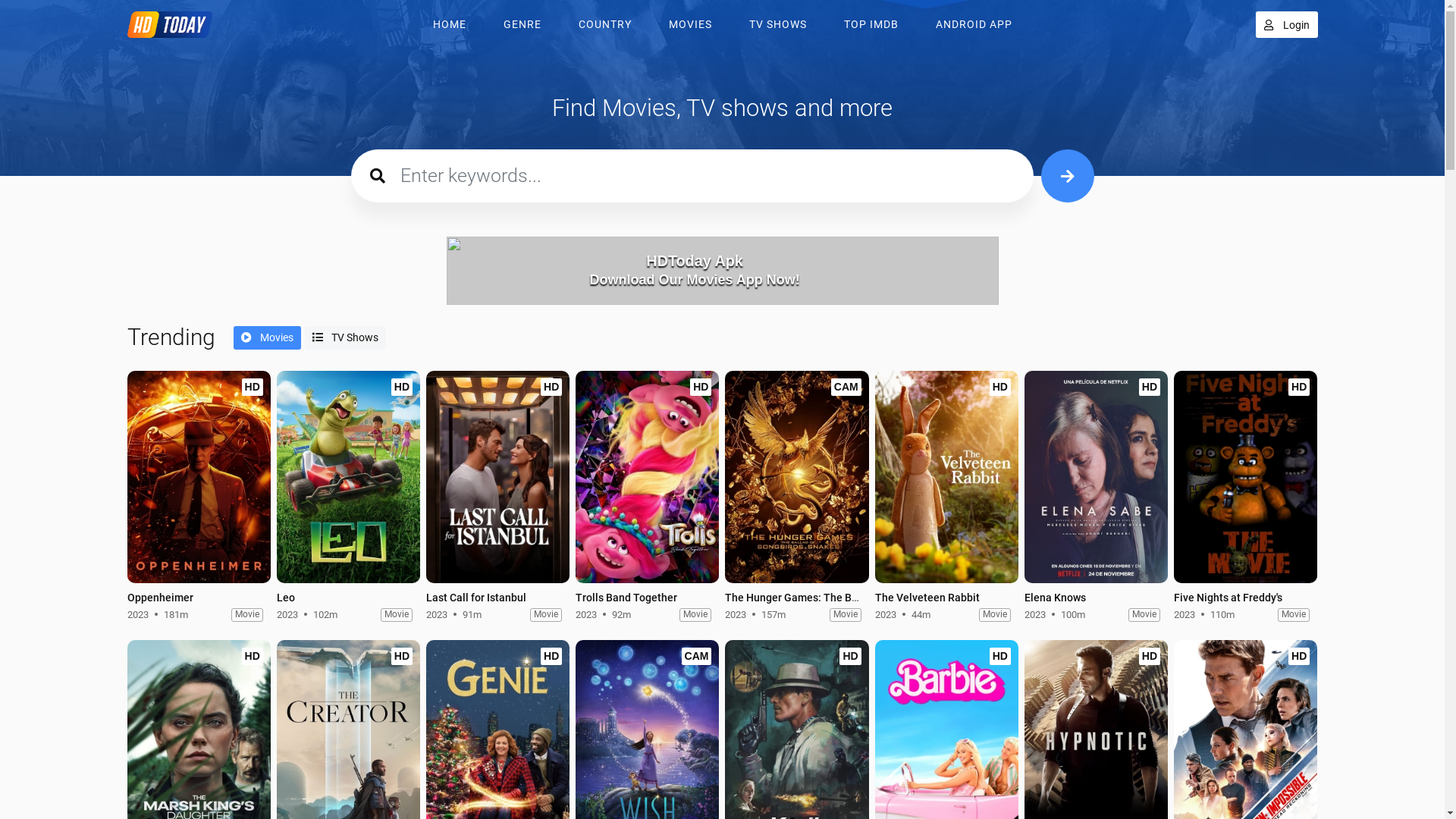 The width and height of the screenshot is (1456, 819). Describe the element at coordinates (562, 24) in the screenshot. I see `'COUNTRY'` at that location.